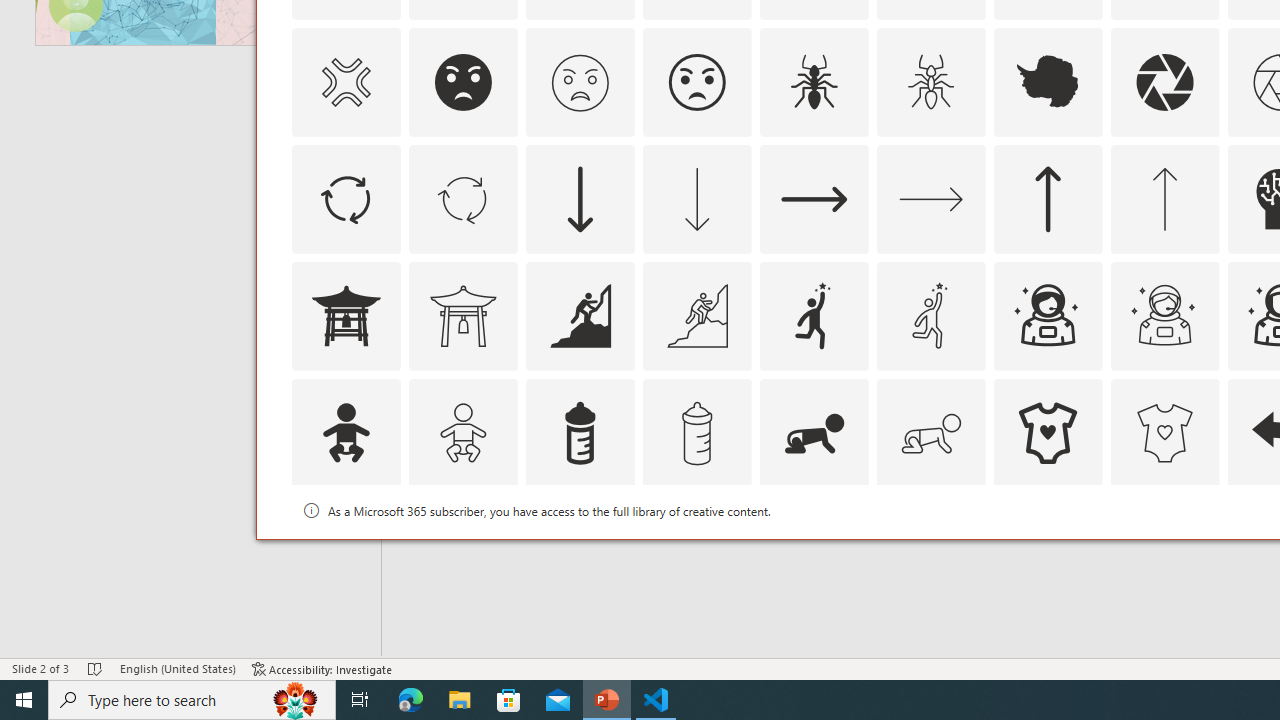  Describe the element at coordinates (1164, 431) in the screenshot. I see `'AutomationID: Icons_BabyOnesie_M'` at that location.